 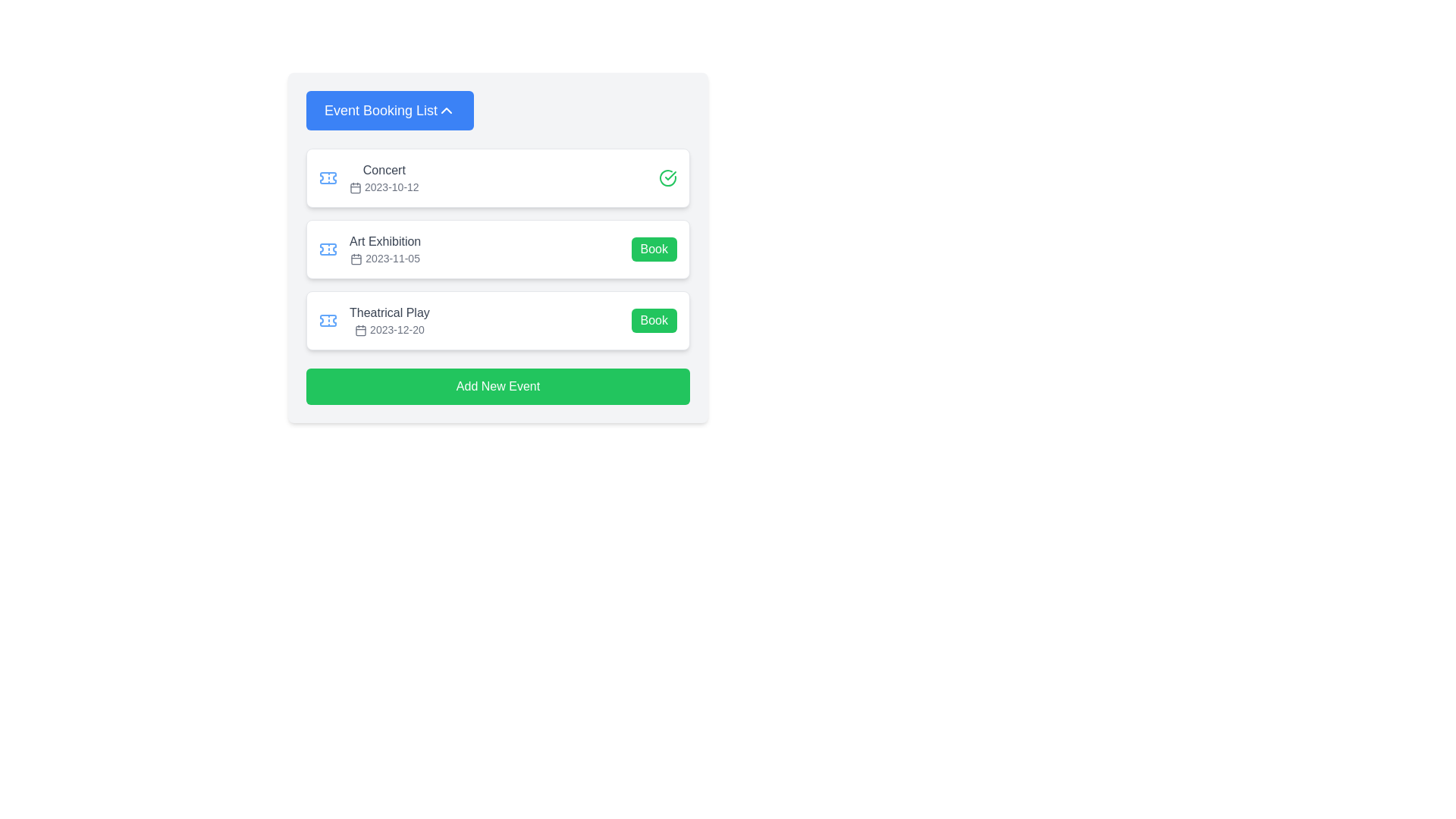 I want to click on the interactive components adjacent to the Text Label that serves as a title or heading for the section, positioned at the top-left corner of the card or panel, so click(x=381, y=110).